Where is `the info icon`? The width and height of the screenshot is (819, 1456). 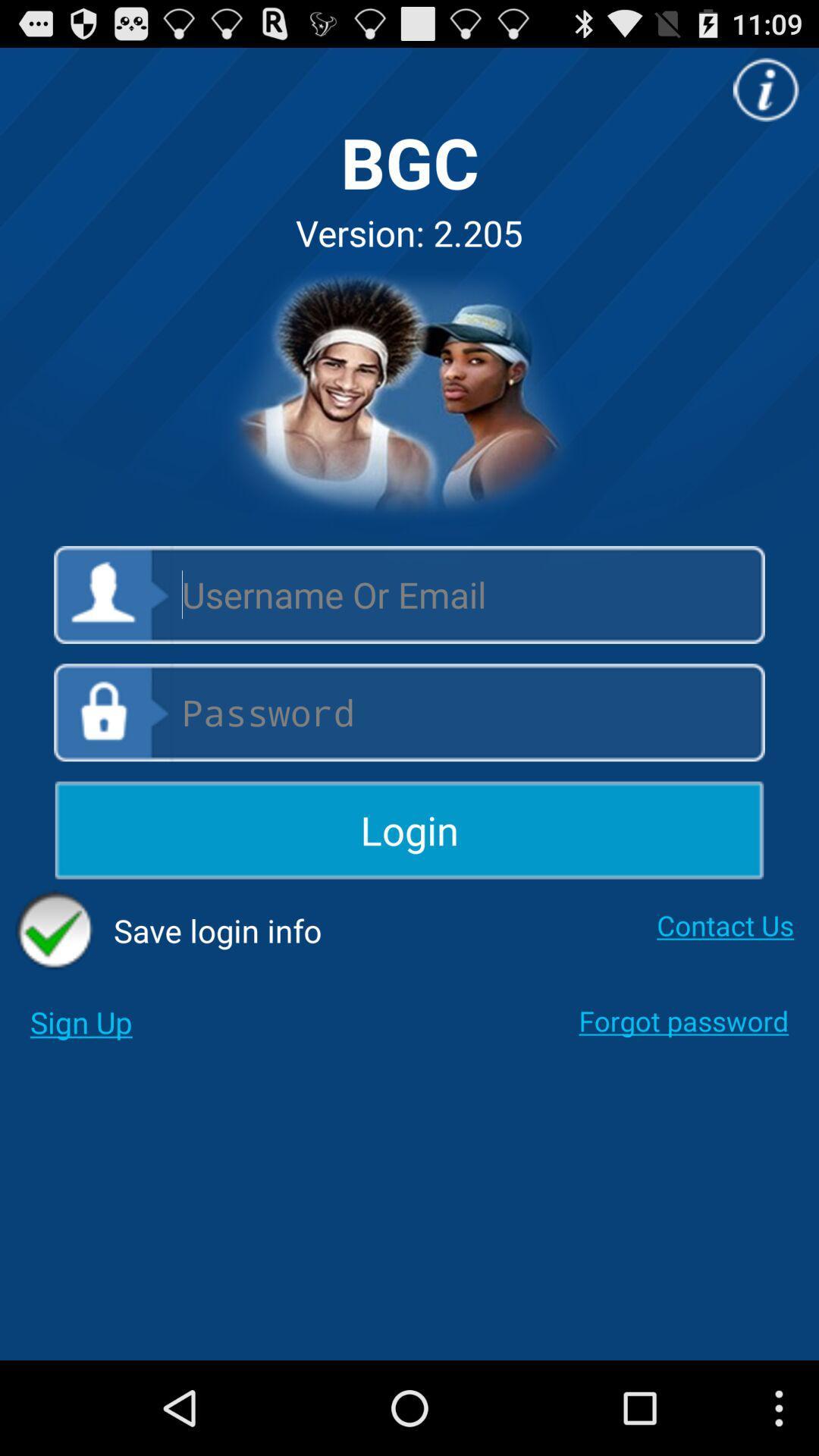
the info icon is located at coordinates (766, 95).